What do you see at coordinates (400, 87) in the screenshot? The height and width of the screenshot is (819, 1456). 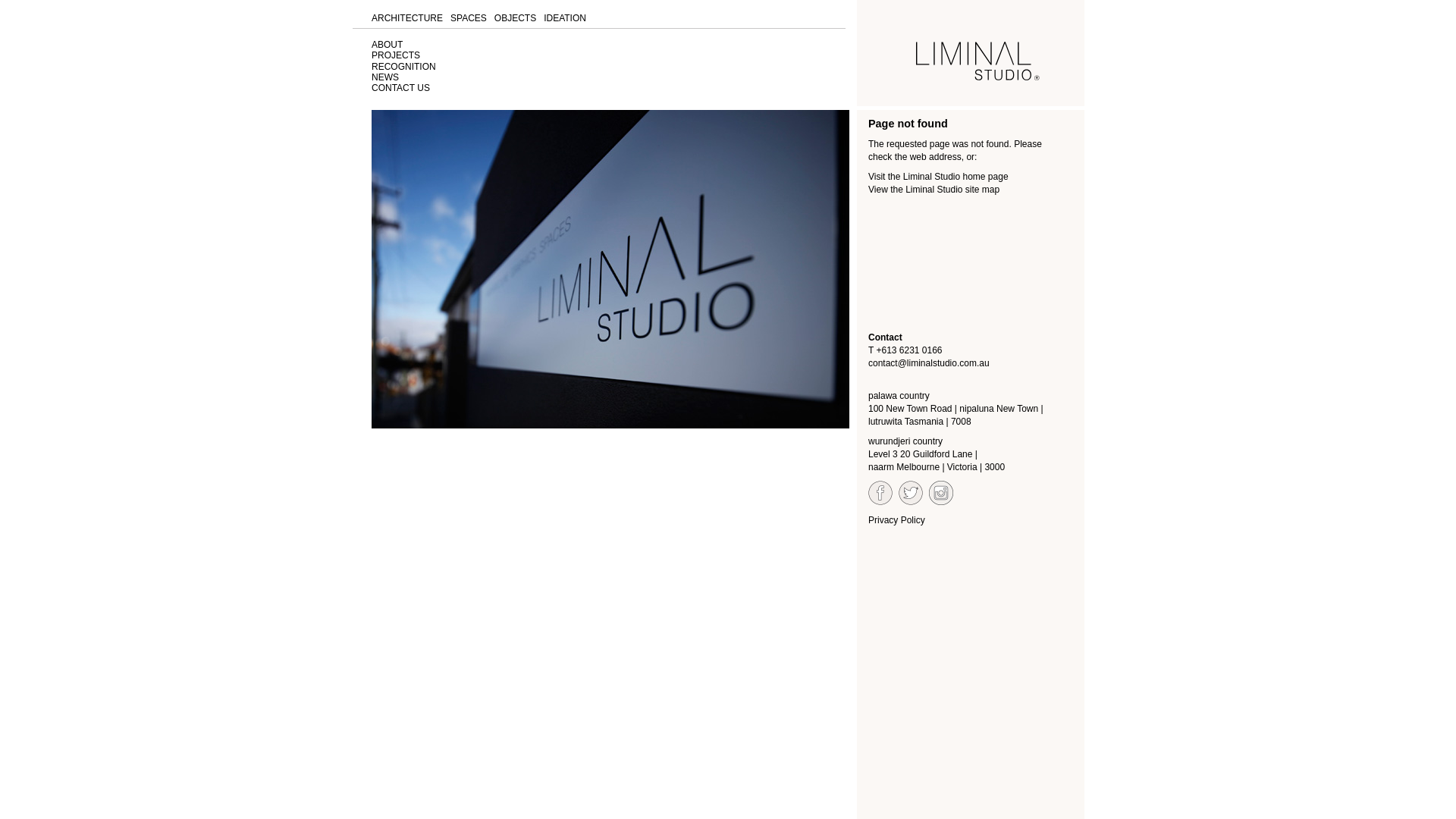 I see `'CONTACT US'` at bounding box center [400, 87].